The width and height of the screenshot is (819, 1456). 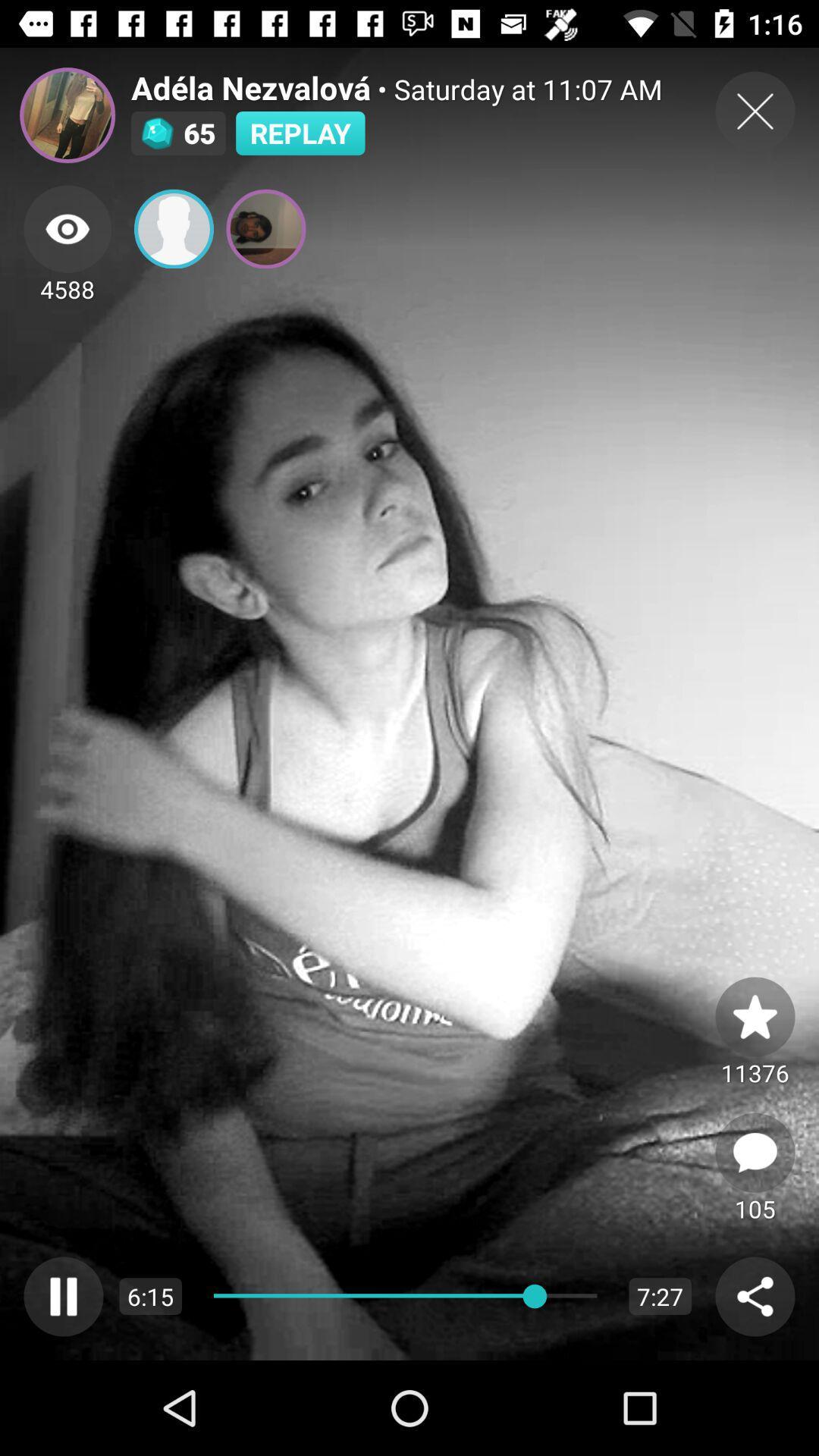 I want to click on give a star to the photo, so click(x=755, y=1016).